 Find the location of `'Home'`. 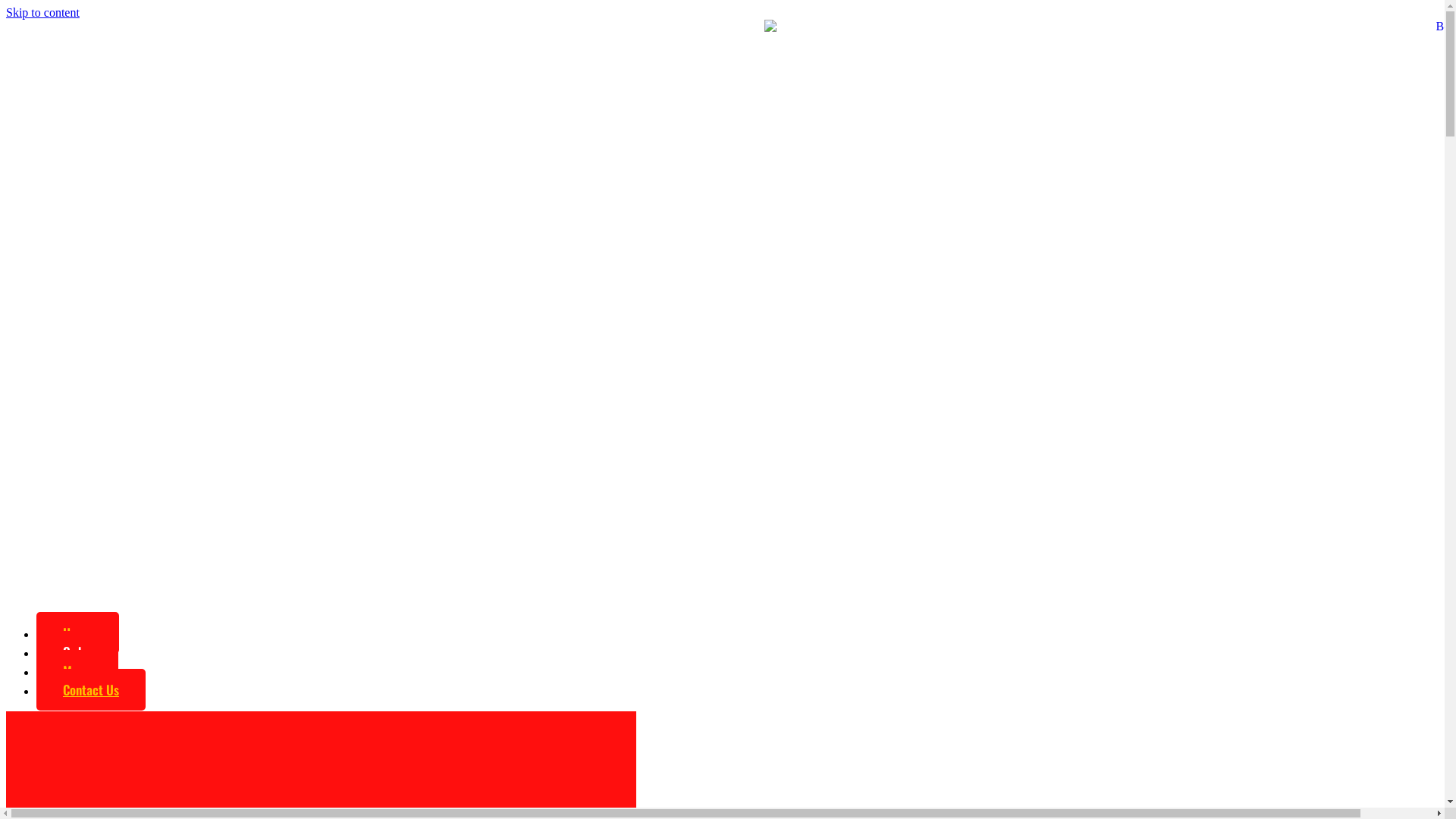

'Home' is located at coordinates (77, 632).